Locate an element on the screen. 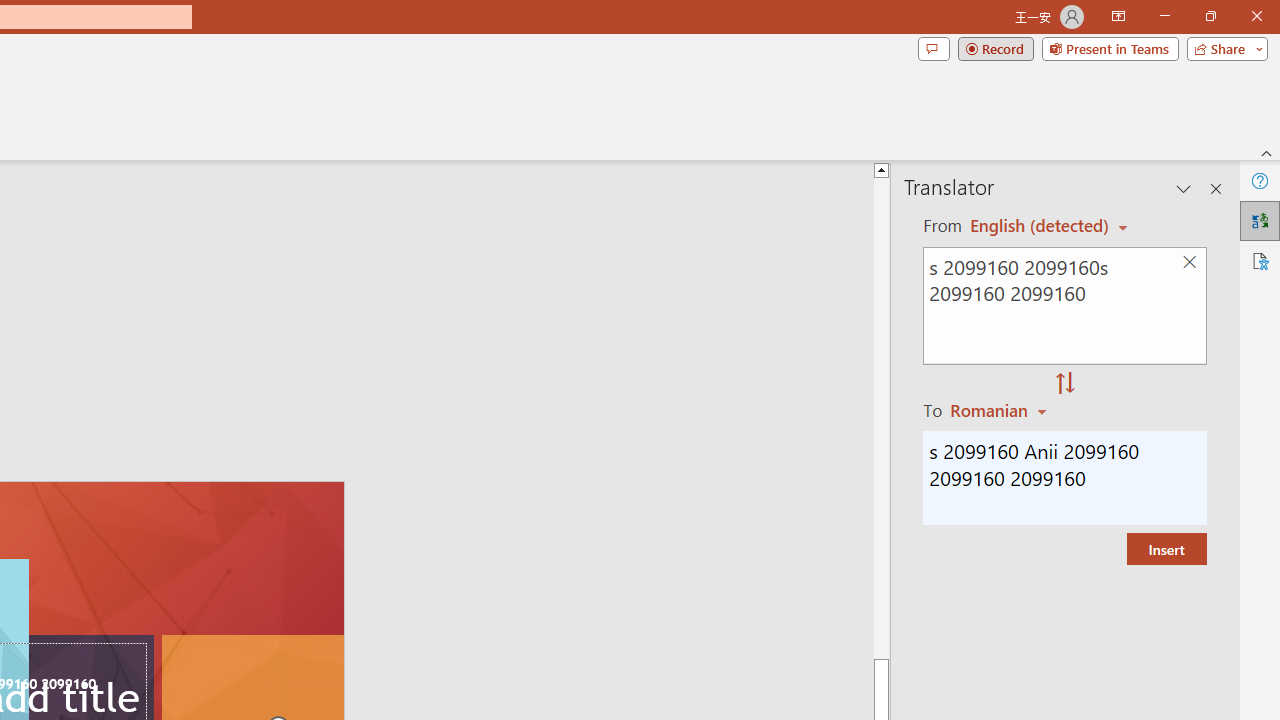  'Swap "from" and "to" languages.' is located at coordinates (1064, 384).